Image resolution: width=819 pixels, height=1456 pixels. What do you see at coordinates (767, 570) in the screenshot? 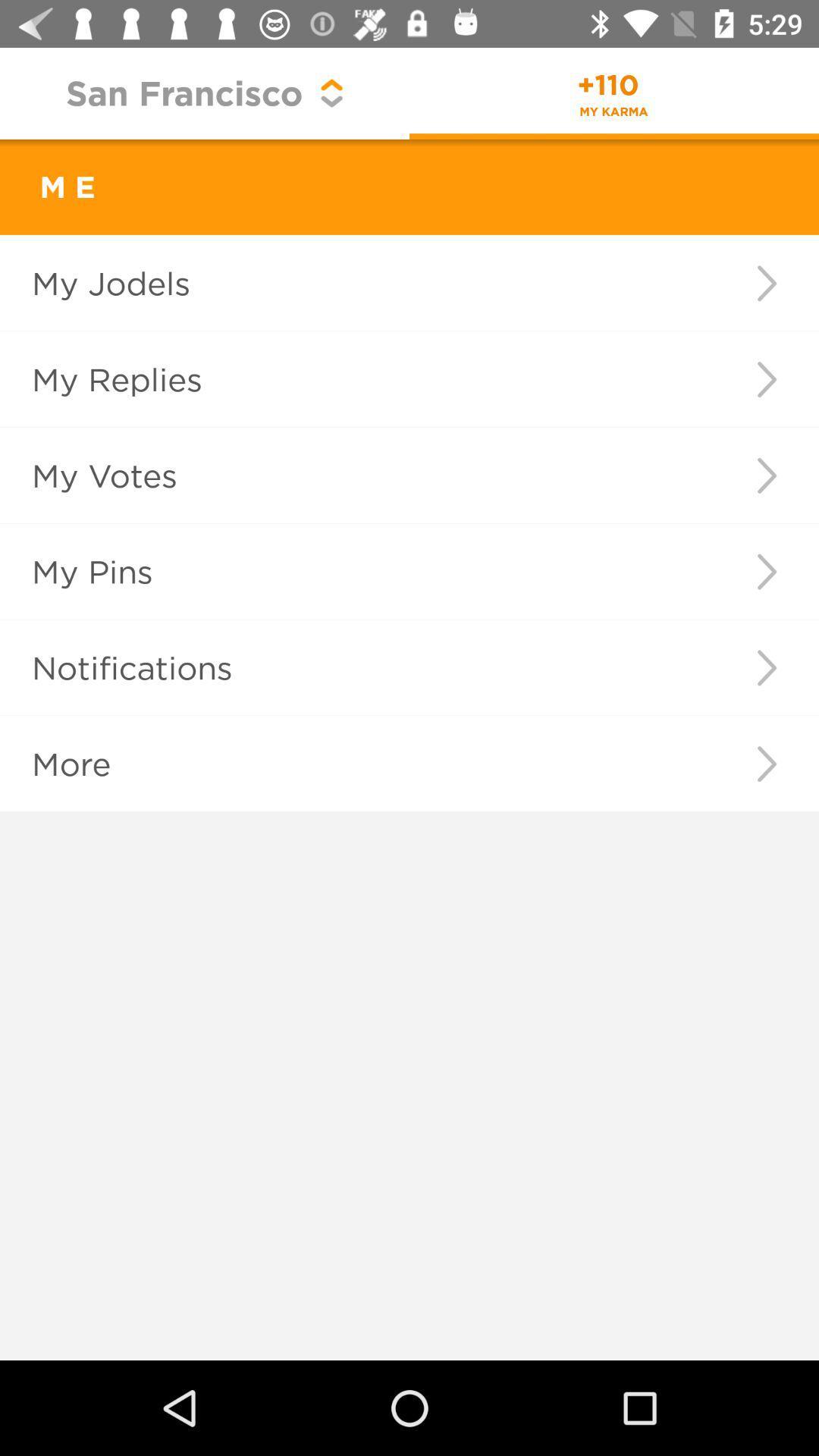
I see `item next to the my pins` at bounding box center [767, 570].